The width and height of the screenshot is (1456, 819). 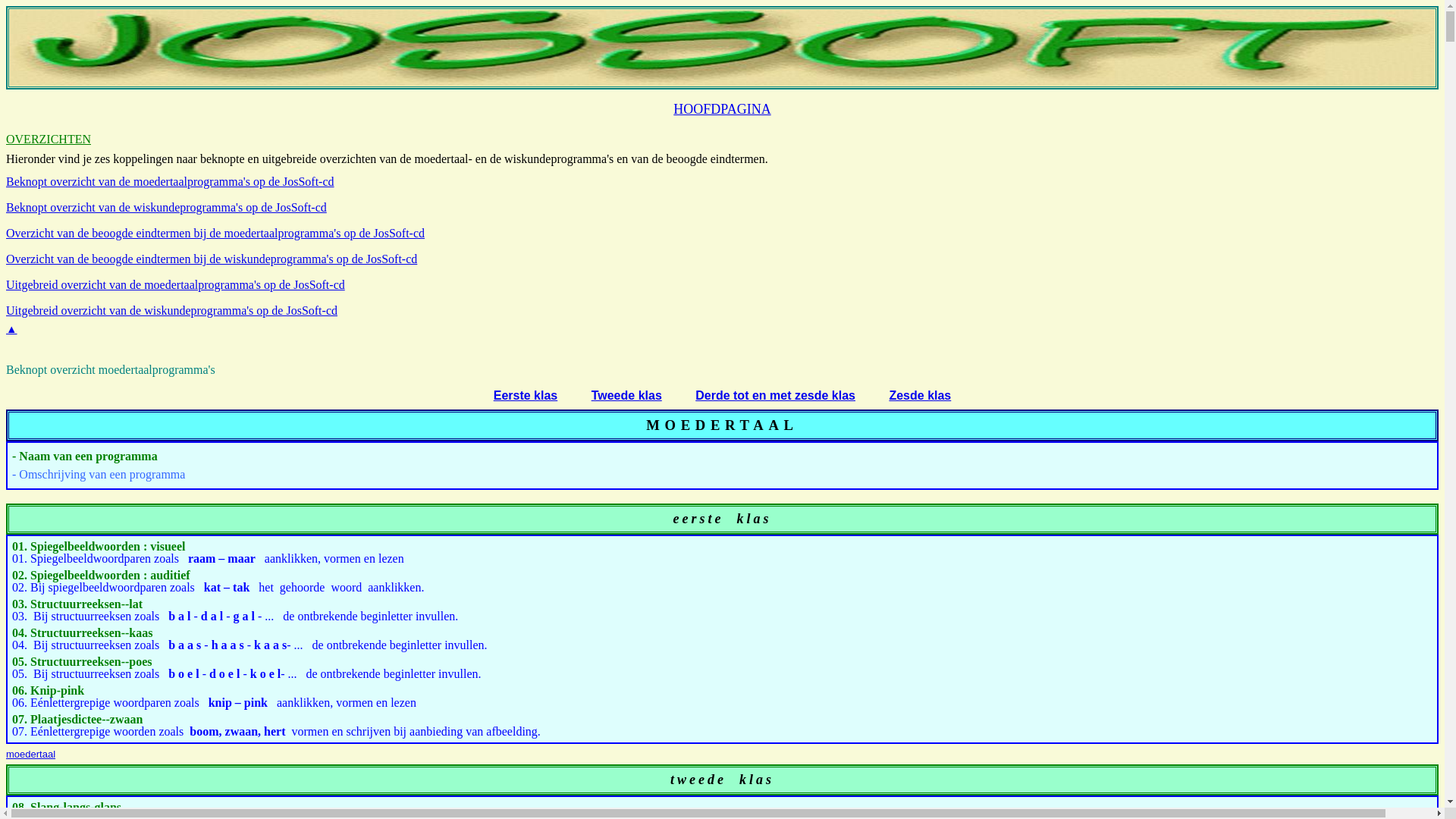 I want to click on 'Tweede klas', so click(x=626, y=394).